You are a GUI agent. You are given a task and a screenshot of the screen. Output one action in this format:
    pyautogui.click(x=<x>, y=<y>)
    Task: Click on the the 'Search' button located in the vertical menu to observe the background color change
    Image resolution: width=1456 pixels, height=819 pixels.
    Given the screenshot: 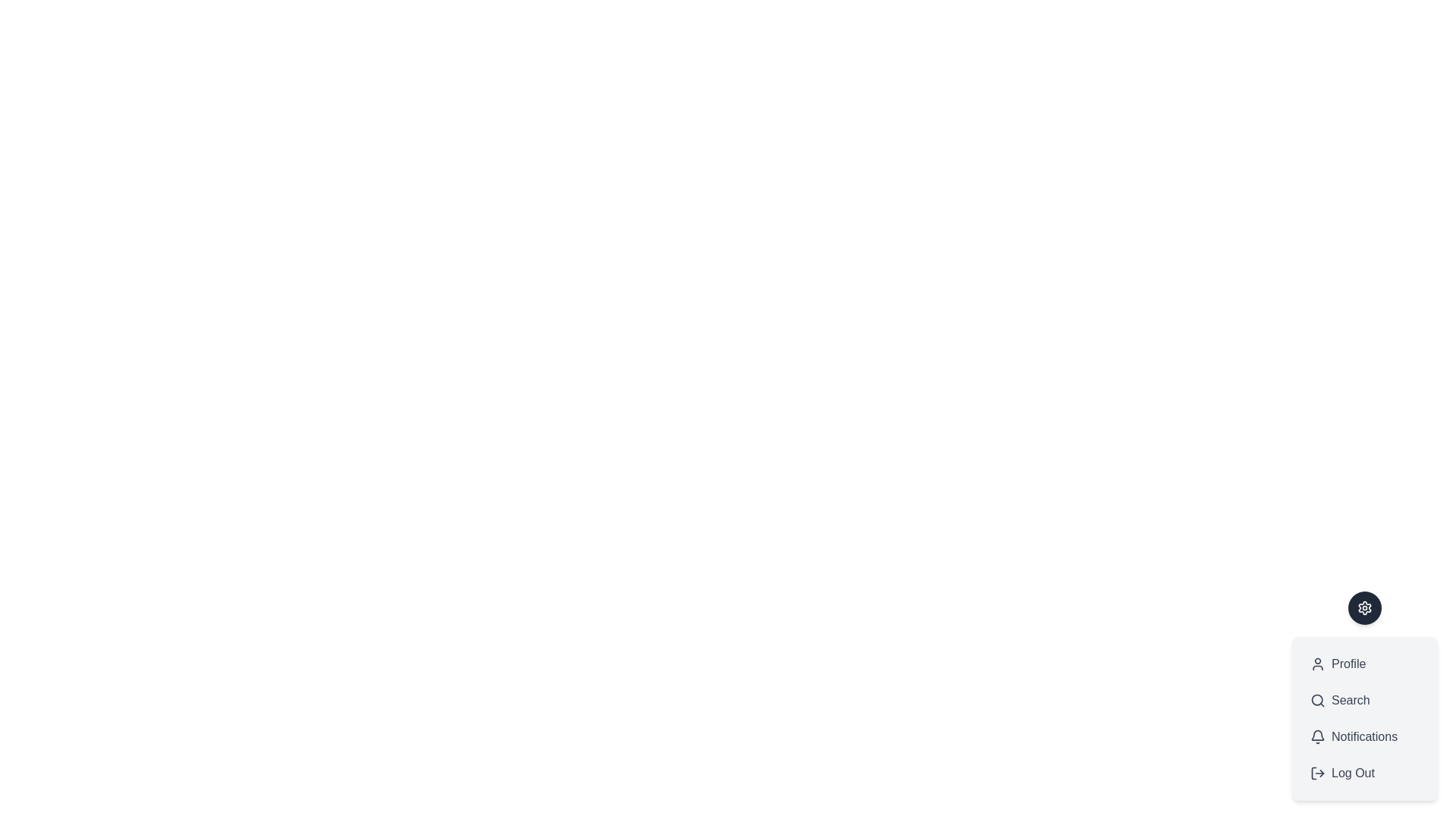 What is the action you would take?
    pyautogui.click(x=1365, y=696)
    